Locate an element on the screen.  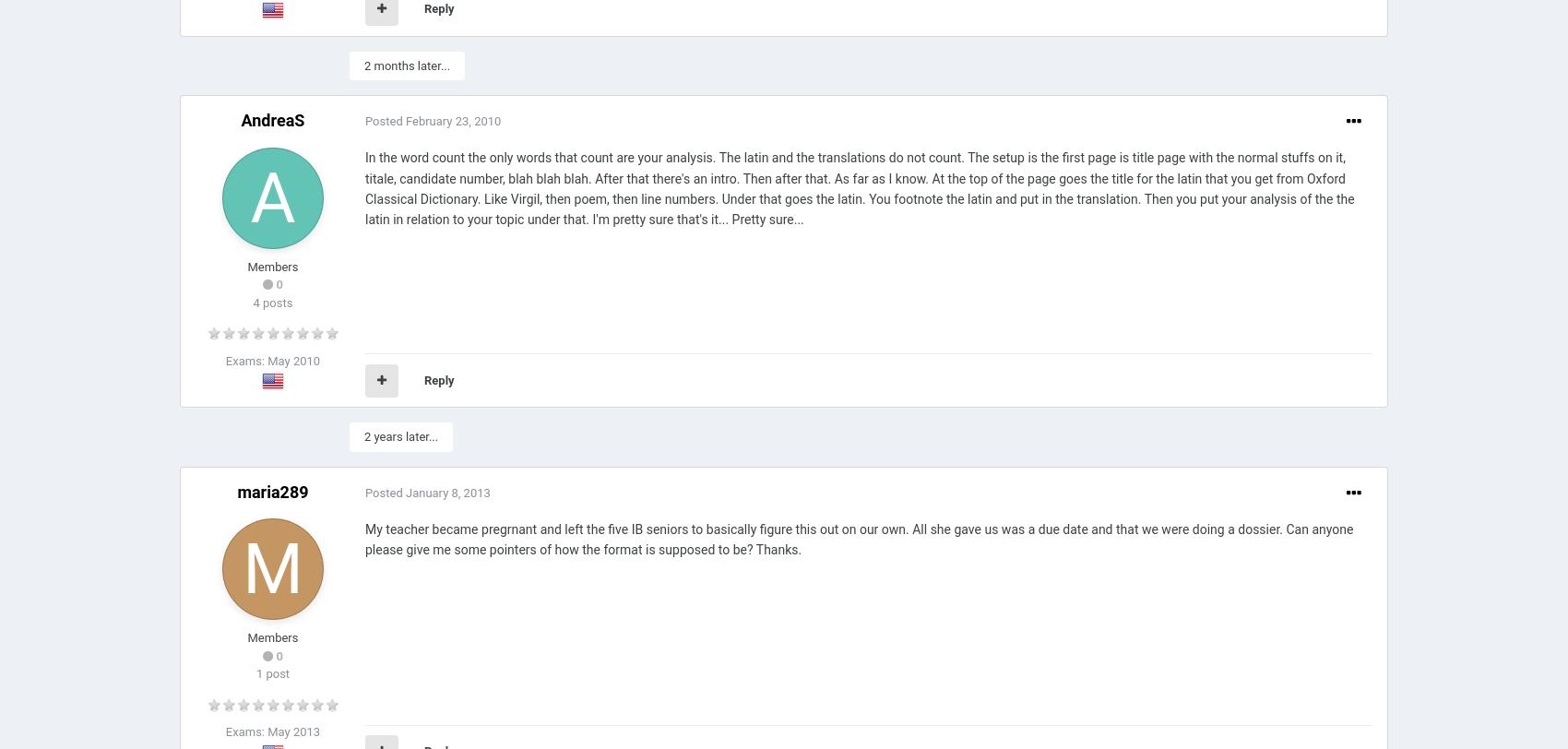
'My teacher became pregrnant and left the five IB seniors to basically figure this out on our own. All she gave us was a due date and that we were doing a dossier. Can anyone please give me some pointers of how the format is supposed to be? Thanks.' is located at coordinates (859, 539).